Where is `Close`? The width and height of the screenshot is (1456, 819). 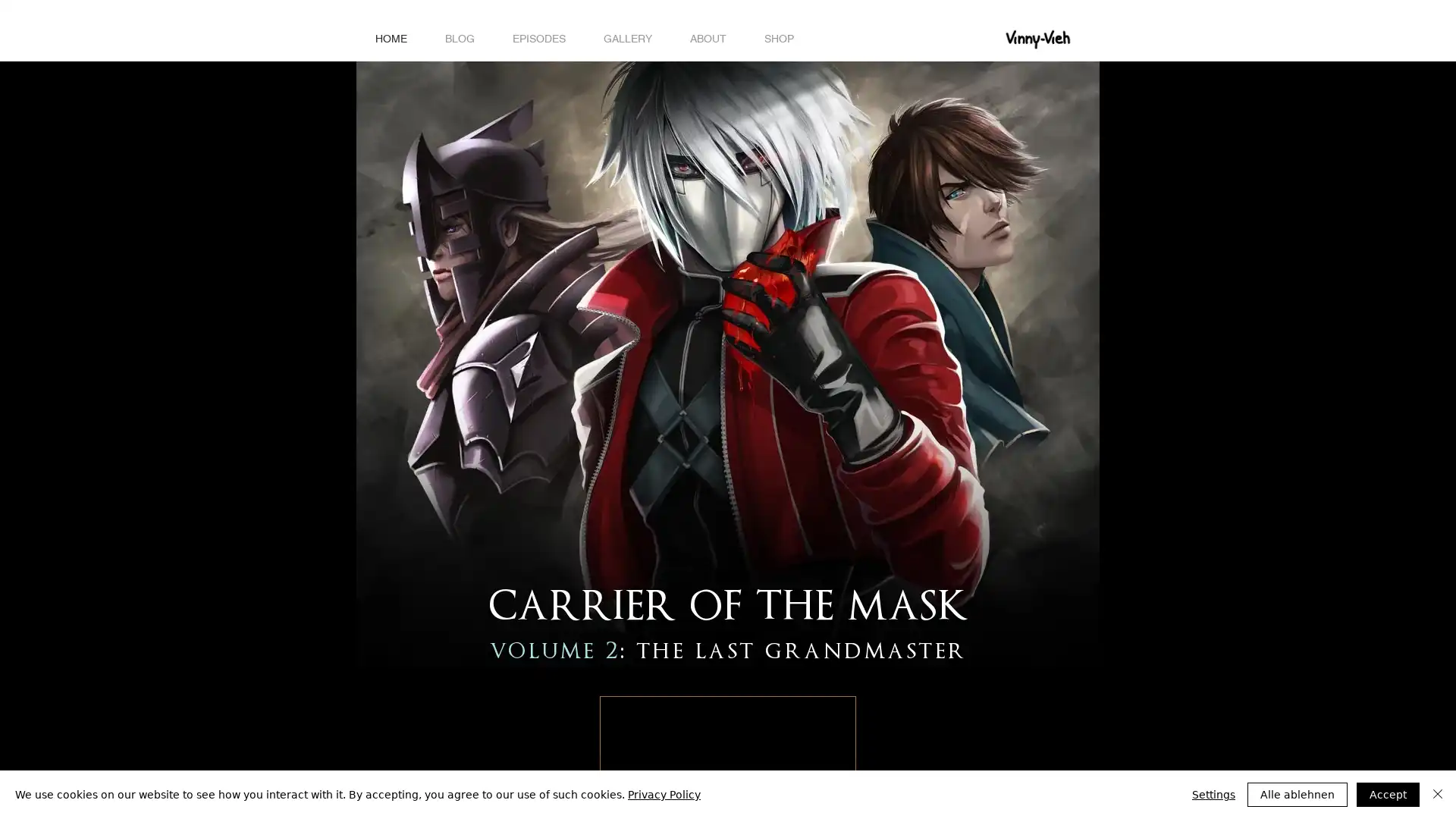
Close is located at coordinates (1437, 794).